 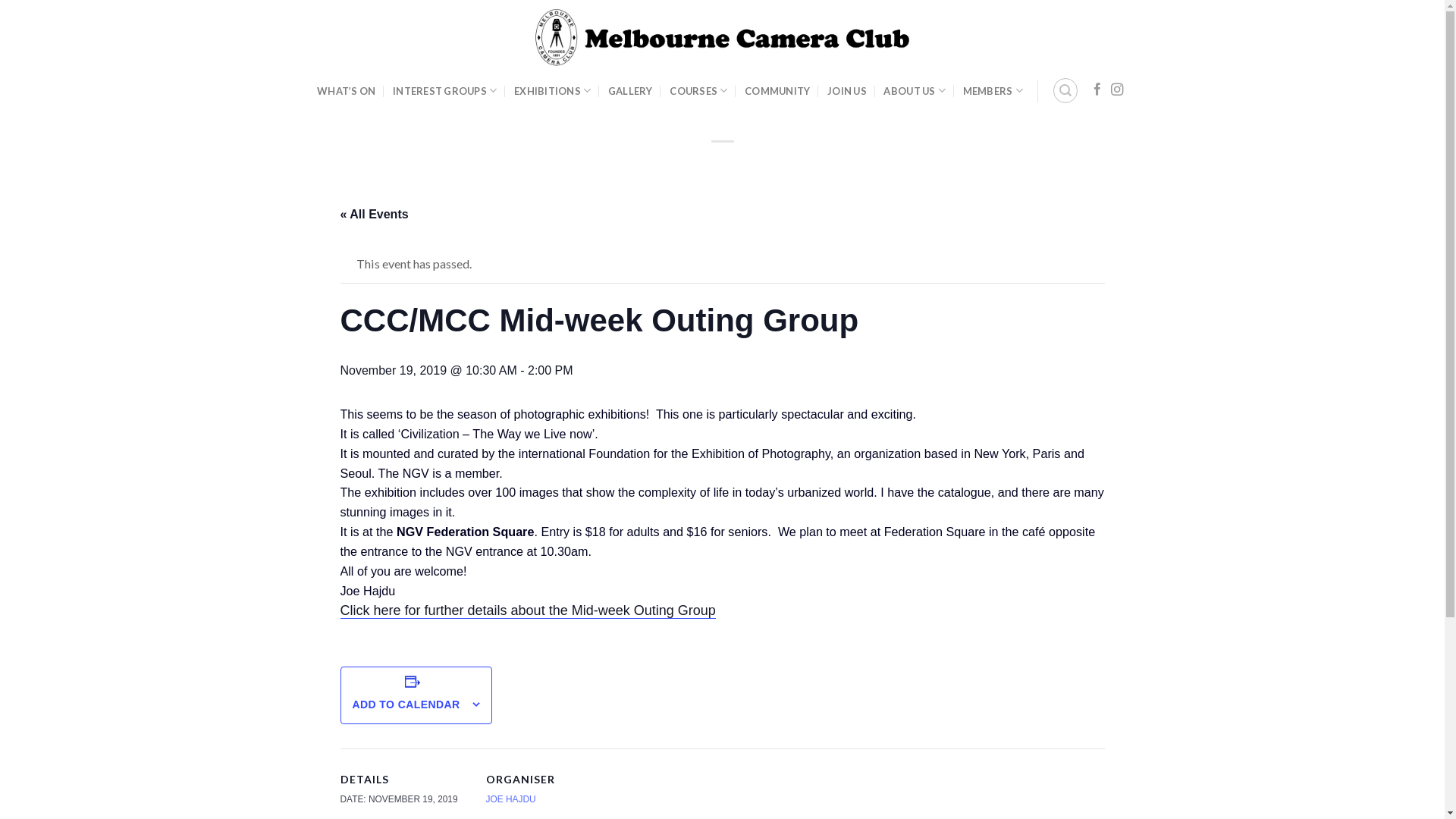 What do you see at coordinates (1117, 90) in the screenshot?
I see `'Follow on Instagram'` at bounding box center [1117, 90].